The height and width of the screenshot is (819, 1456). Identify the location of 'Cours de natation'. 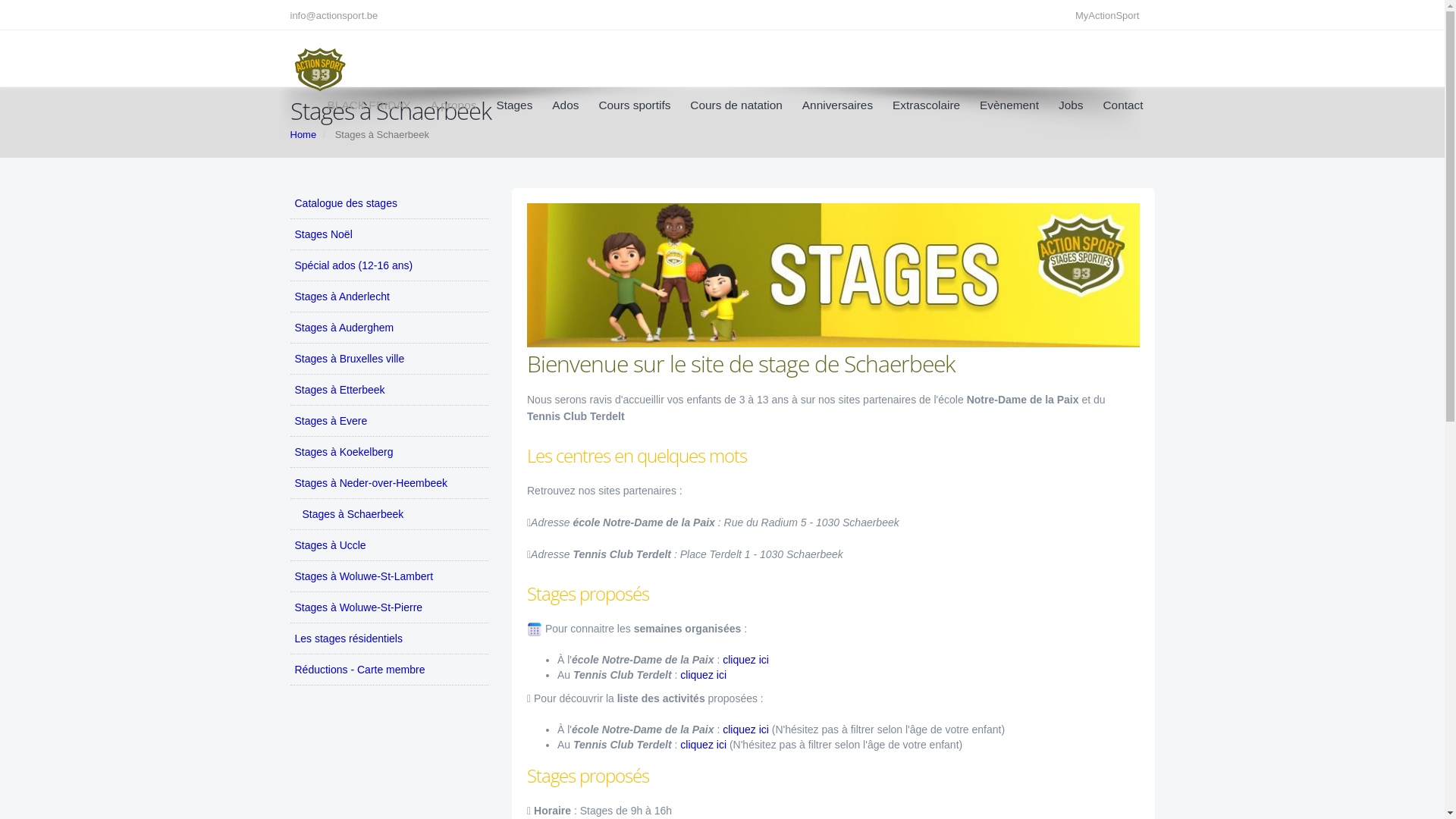
(677, 104).